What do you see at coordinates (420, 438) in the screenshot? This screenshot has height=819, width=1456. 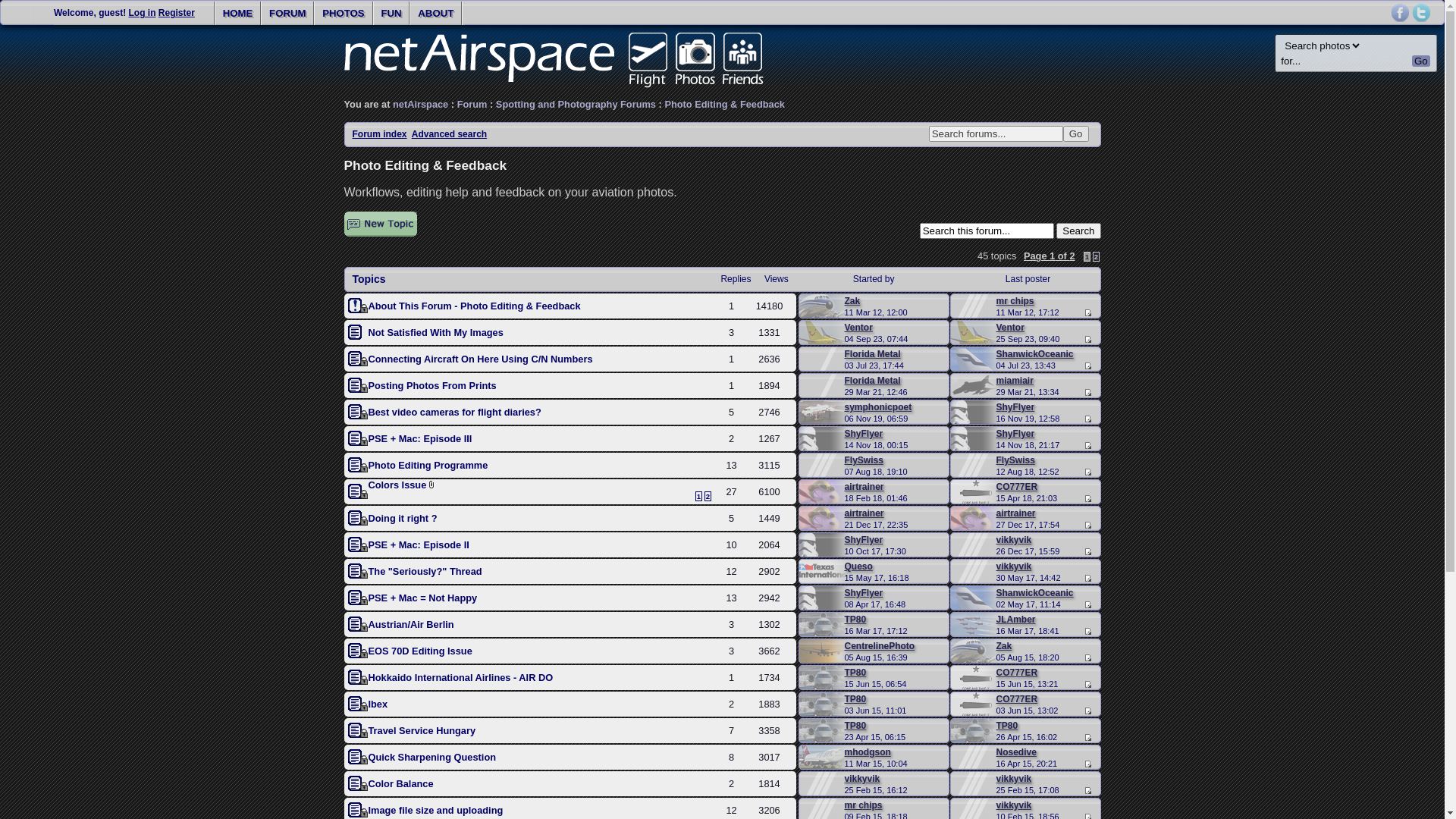 I see `'PSE + Mac: Episode III'` at bounding box center [420, 438].